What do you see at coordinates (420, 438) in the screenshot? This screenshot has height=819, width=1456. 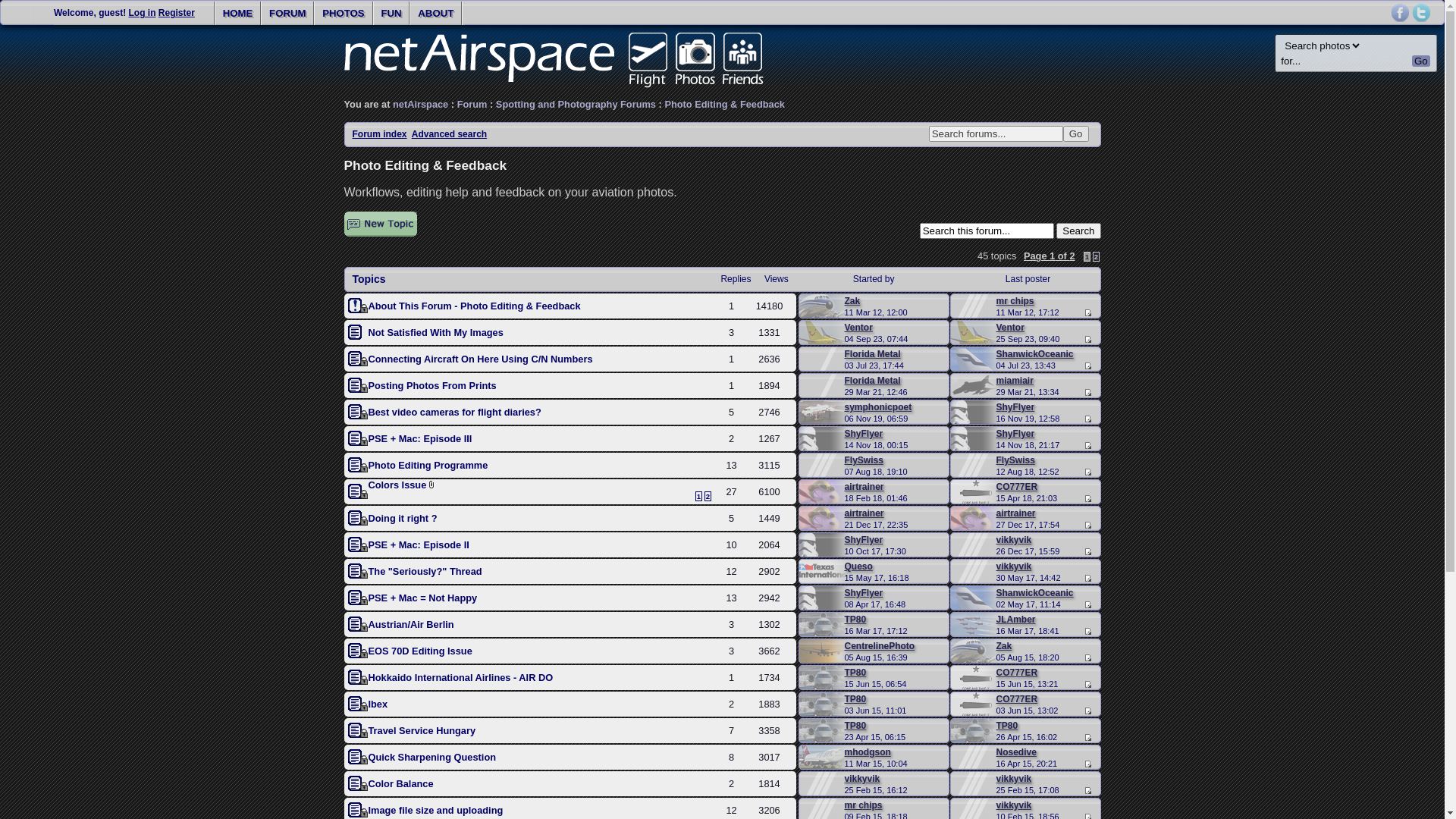 I see `'PSE + Mac: Episode III'` at bounding box center [420, 438].